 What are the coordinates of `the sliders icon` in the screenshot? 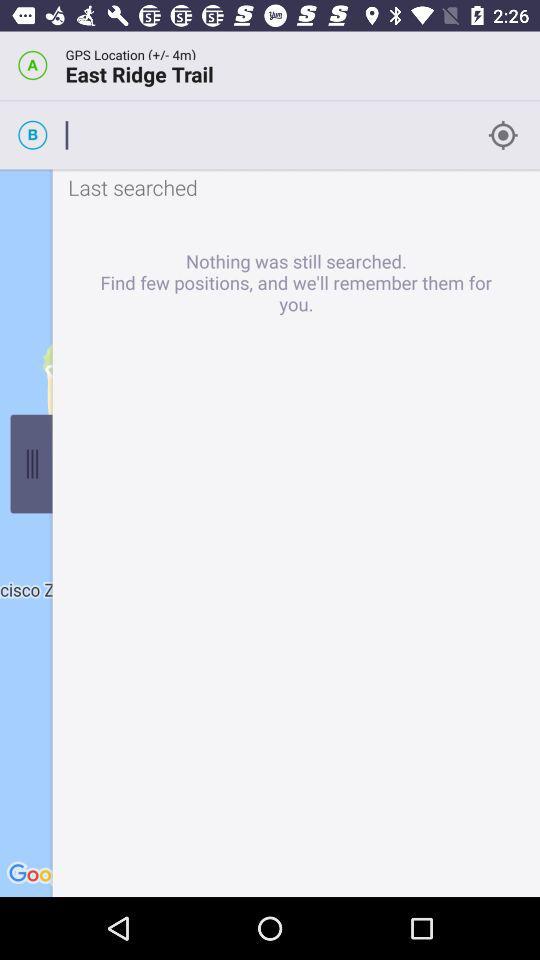 It's located at (30, 464).